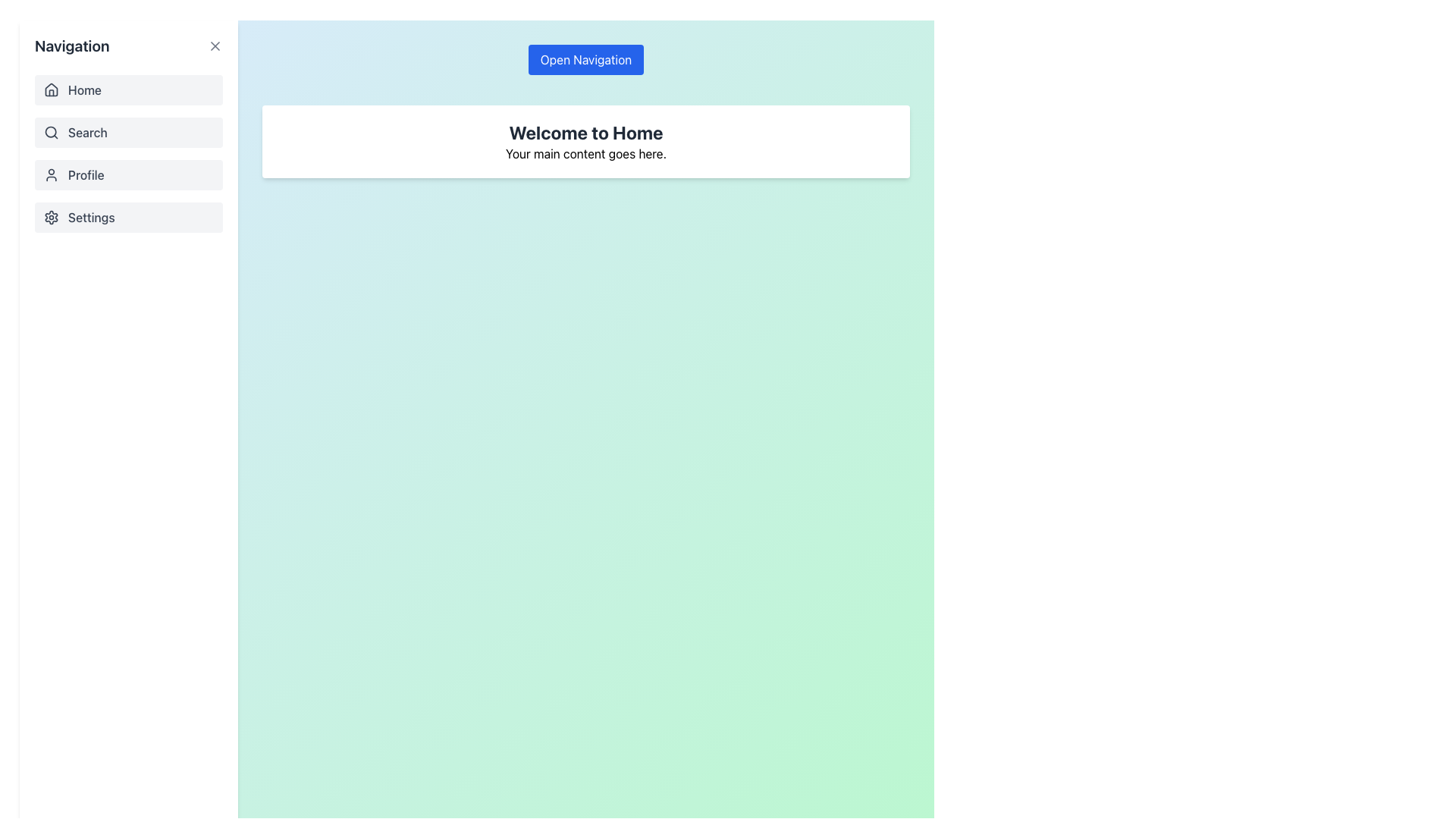  I want to click on the 'Search' button, which is the second visible interactive item in the vertical navigation panel, so click(128, 154).